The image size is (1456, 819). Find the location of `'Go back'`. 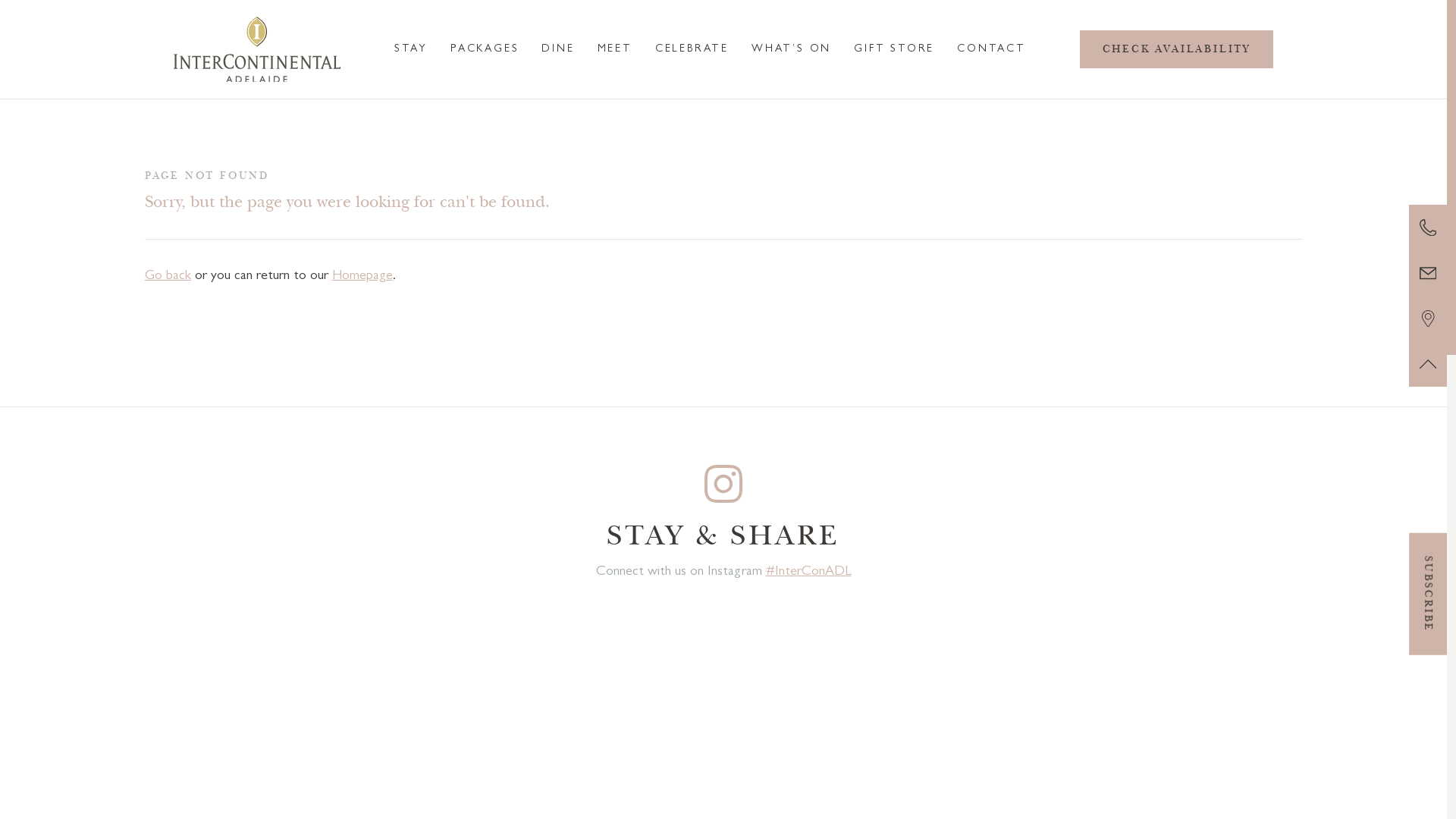

'Go back' is located at coordinates (168, 277).